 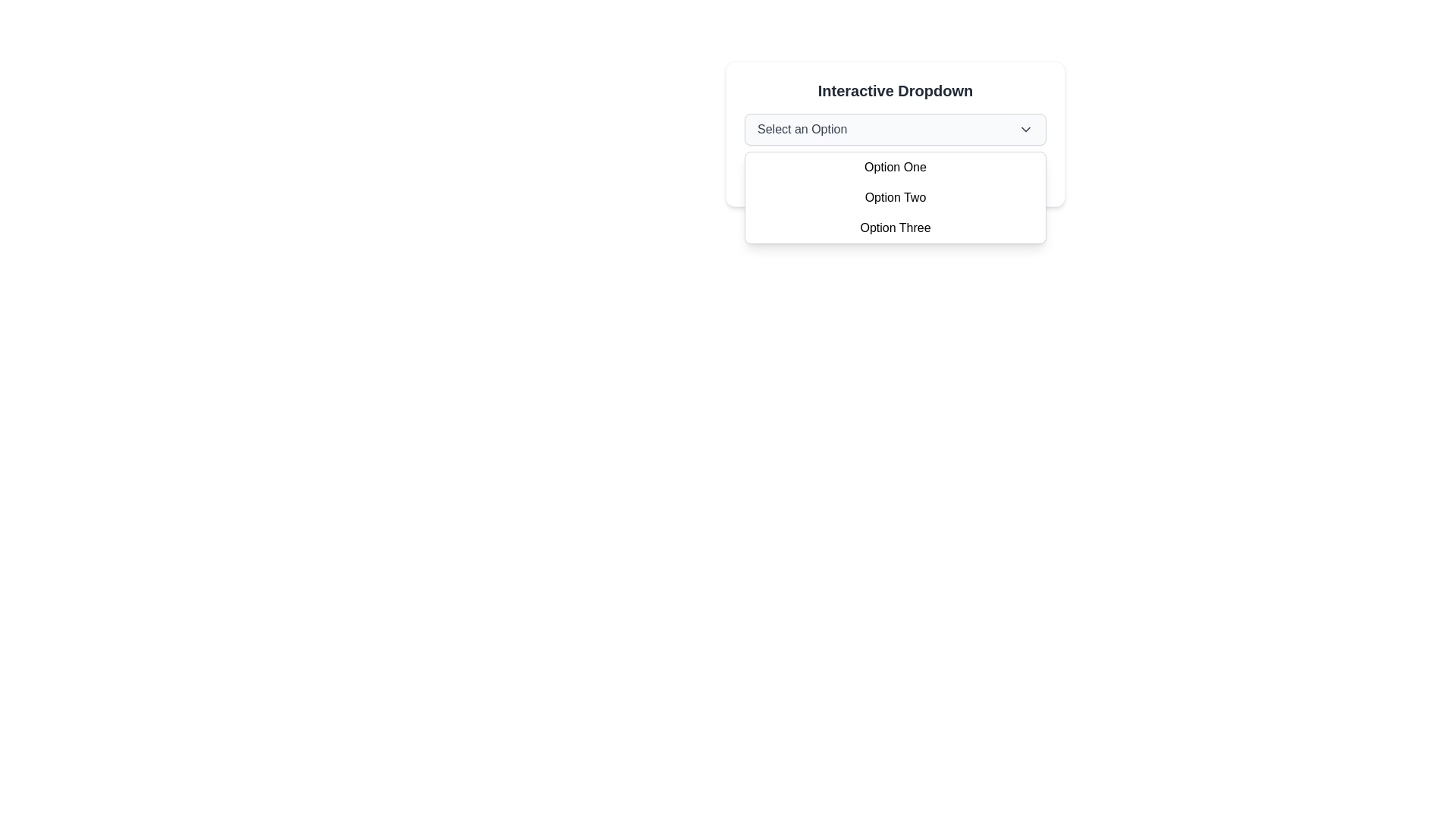 What do you see at coordinates (895, 167) in the screenshot?
I see `the 'Option One' menu item` at bounding box center [895, 167].